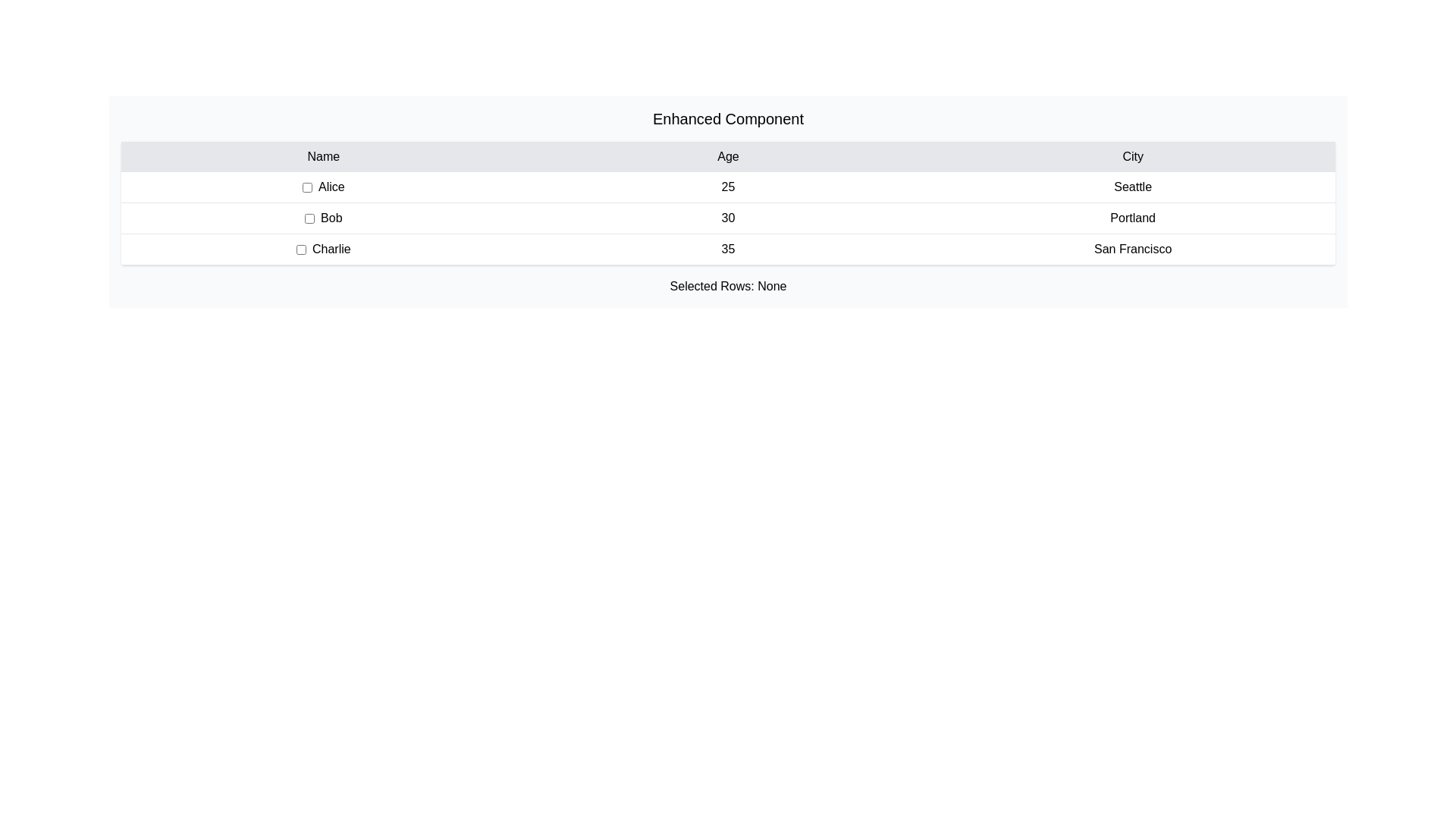  I want to click on the third row of the table which contains the checkbox and the text 'Charlie', '35', and 'San Francisco', so click(728, 249).